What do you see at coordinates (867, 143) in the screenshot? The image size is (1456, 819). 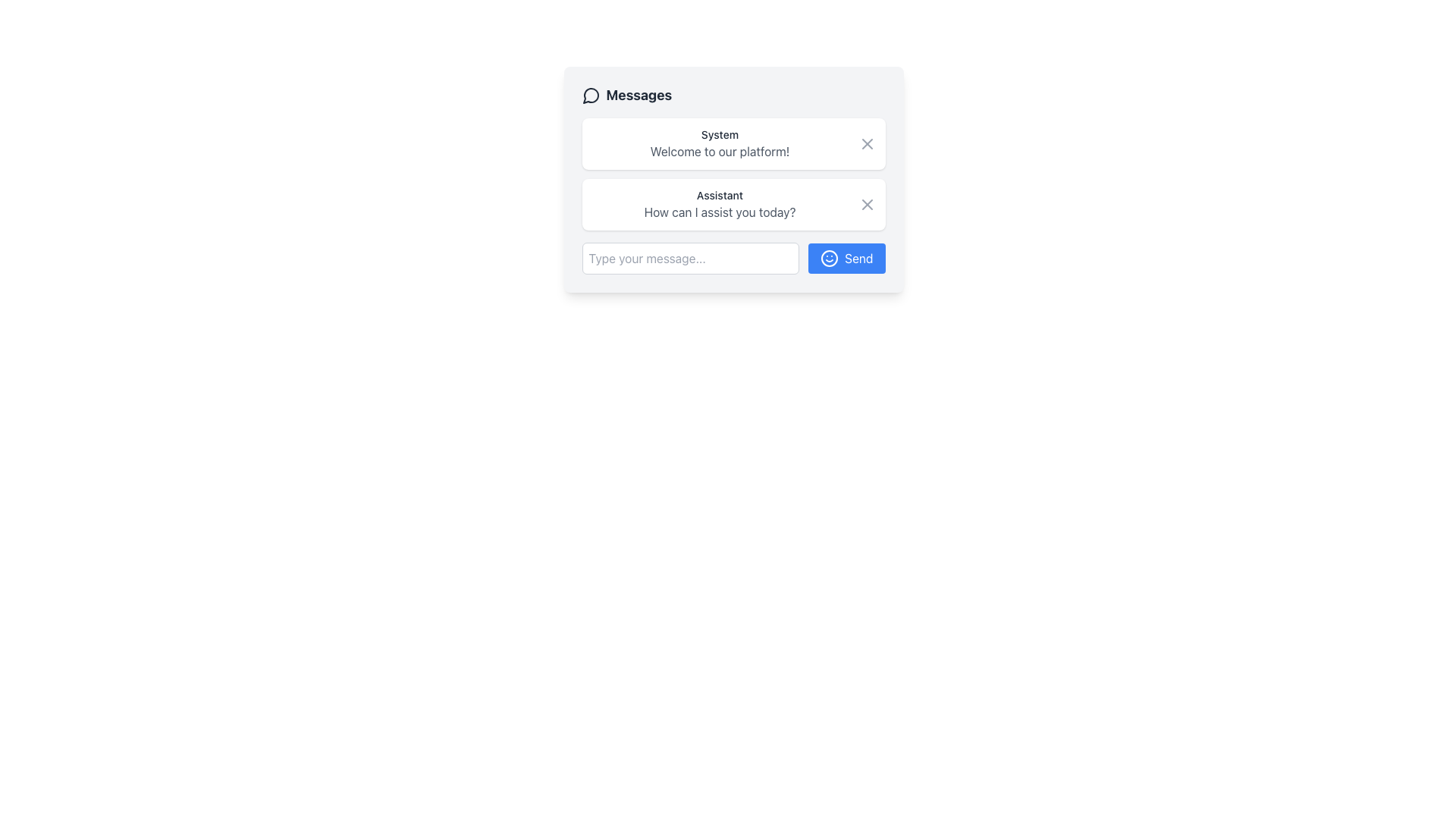 I see `the 'X' mark icon in the header row of the chat box interface` at bounding box center [867, 143].